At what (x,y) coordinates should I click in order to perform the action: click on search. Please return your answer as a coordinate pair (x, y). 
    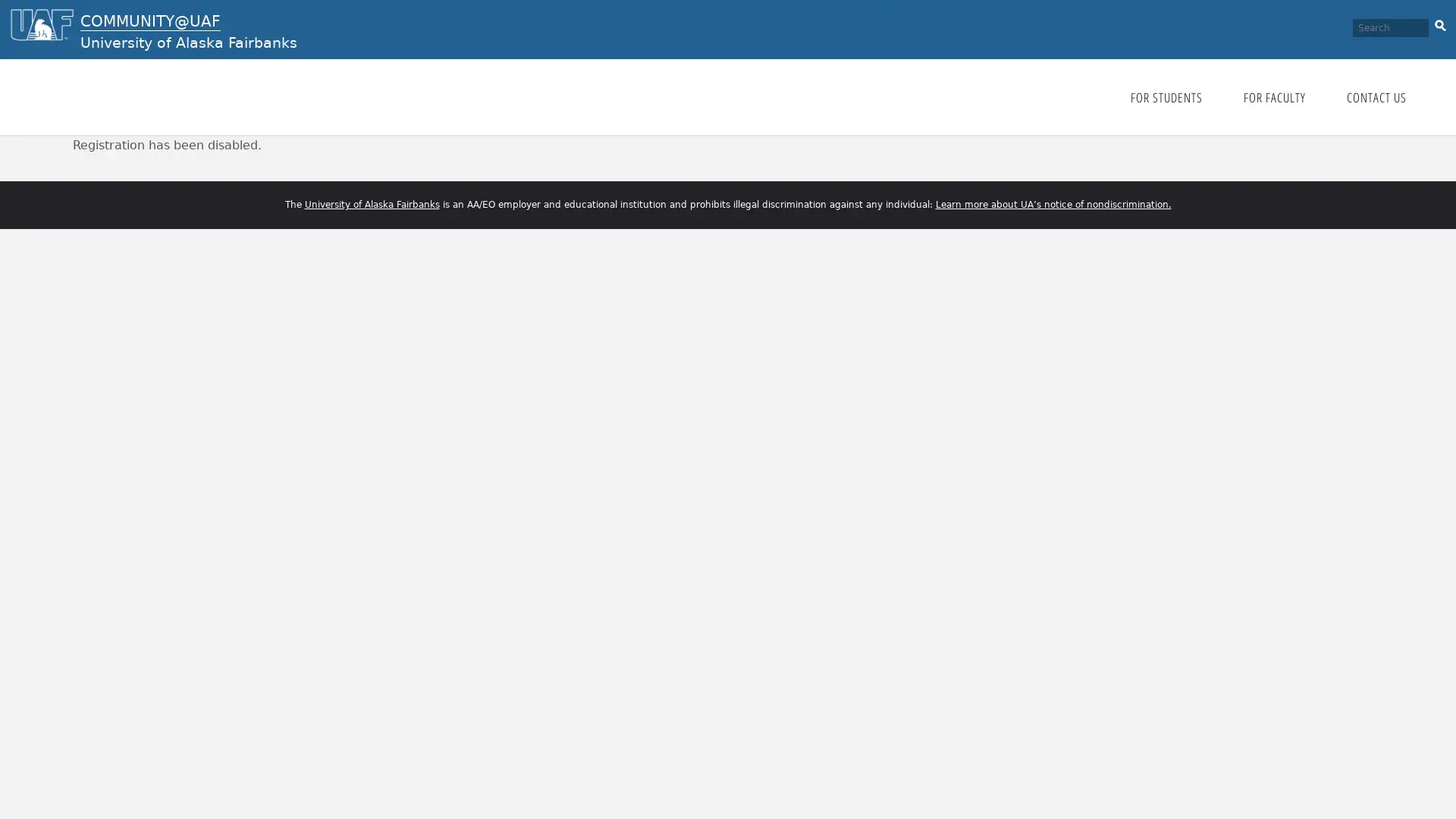
    Looking at the image, I should click on (1439, 23).